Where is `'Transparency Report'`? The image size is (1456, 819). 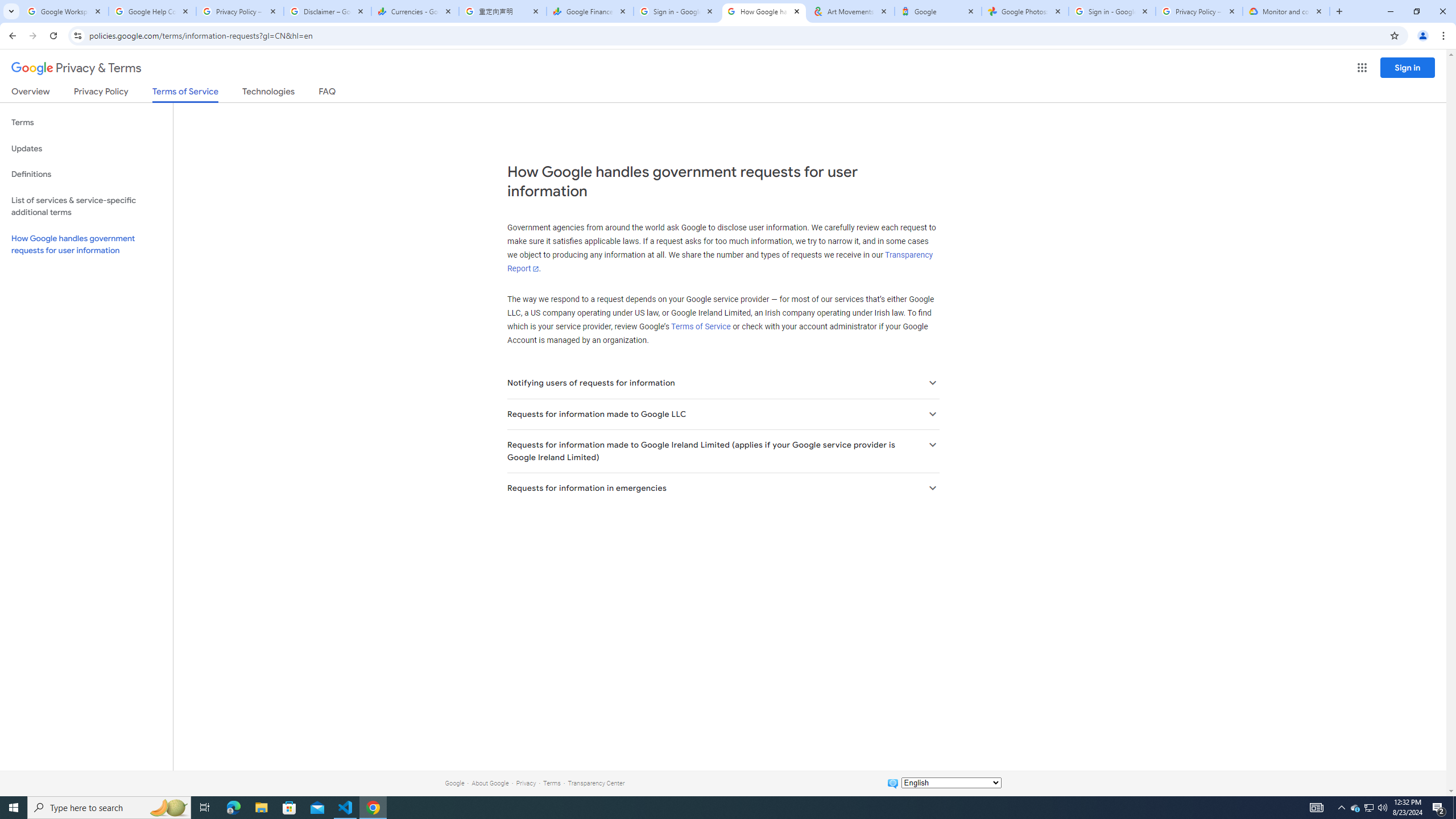 'Transparency Report' is located at coordinates (719, 262).